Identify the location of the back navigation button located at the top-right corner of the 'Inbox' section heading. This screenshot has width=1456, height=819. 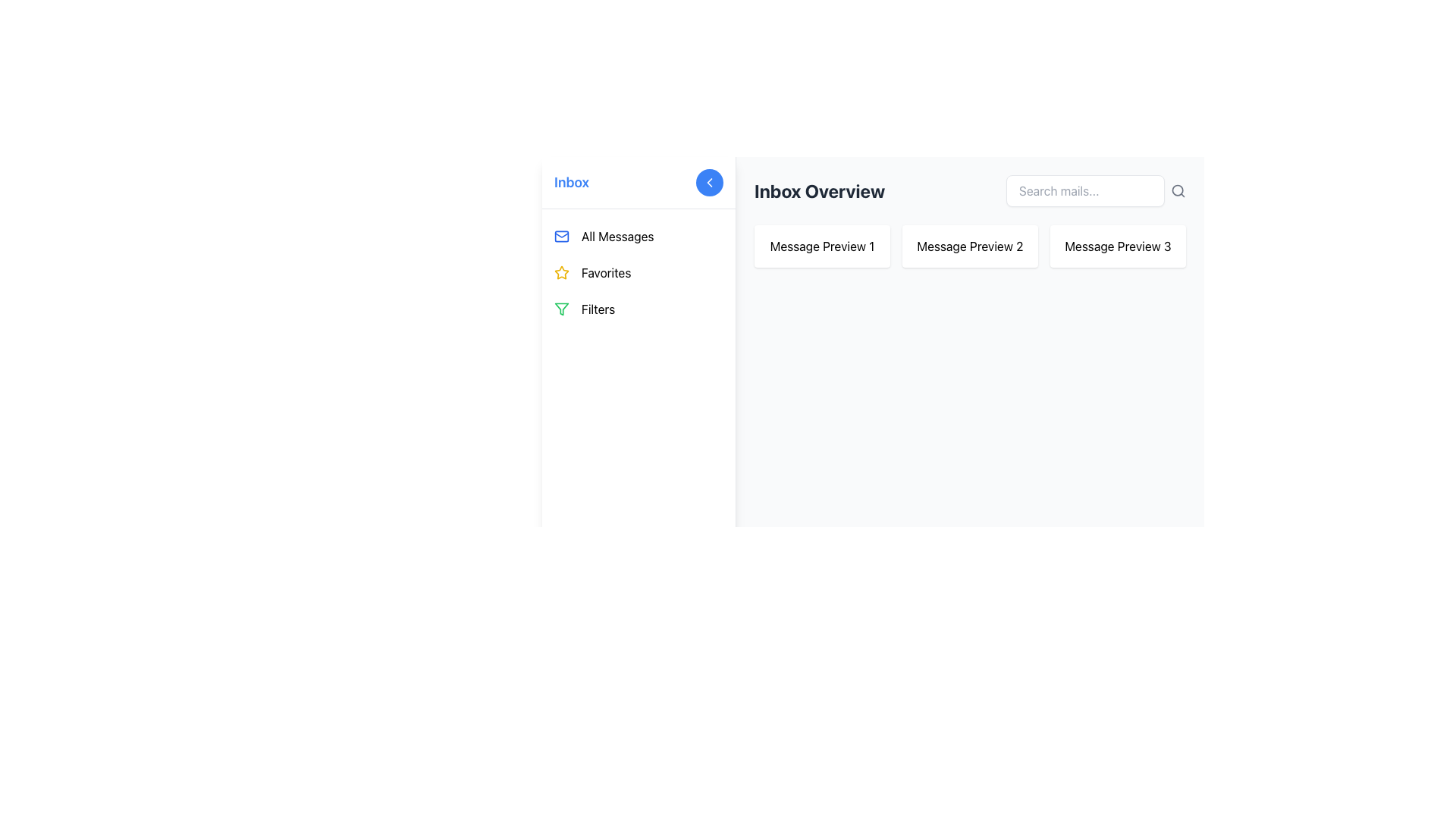
(709, 181).